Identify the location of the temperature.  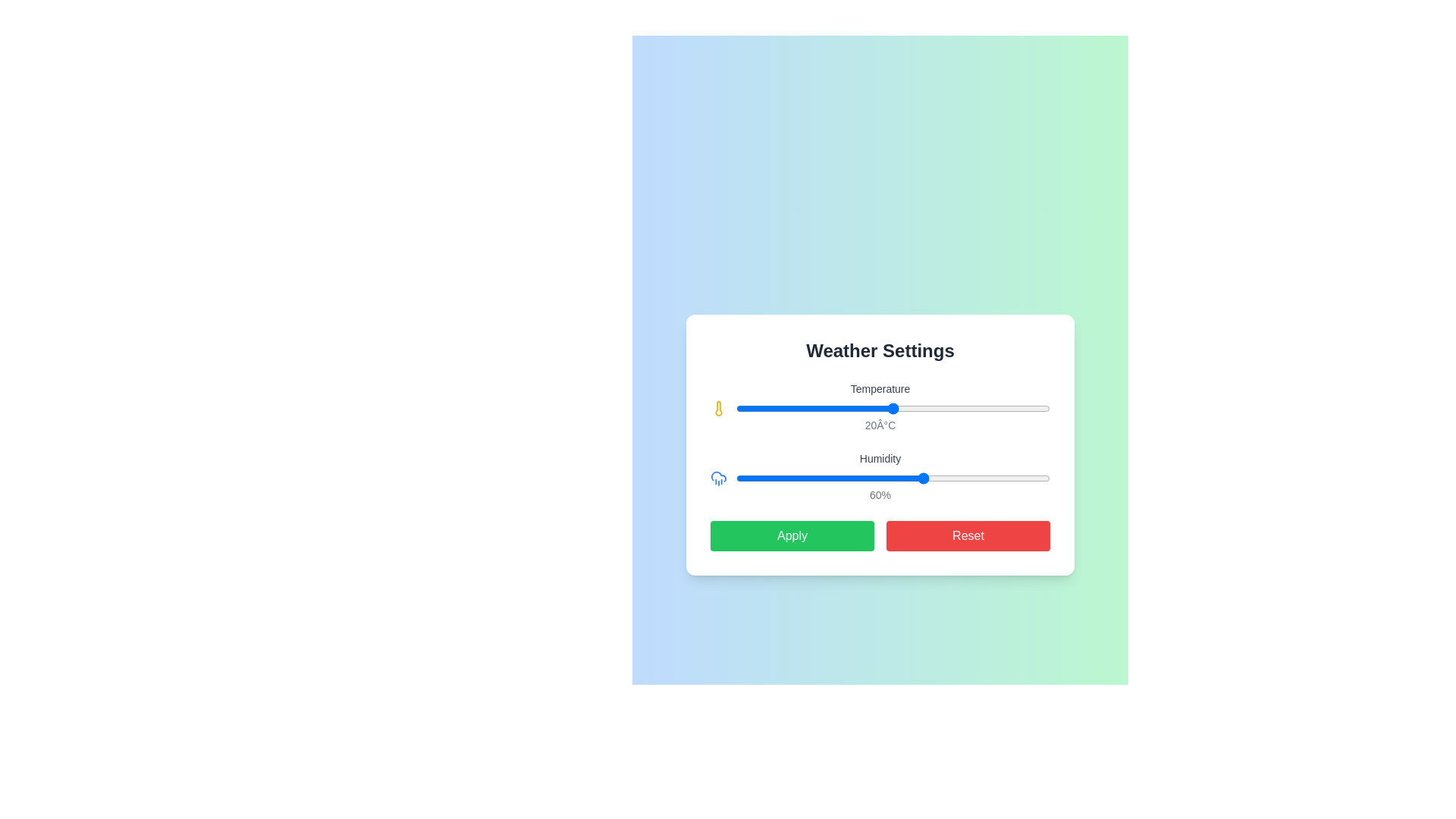
(877, 408).